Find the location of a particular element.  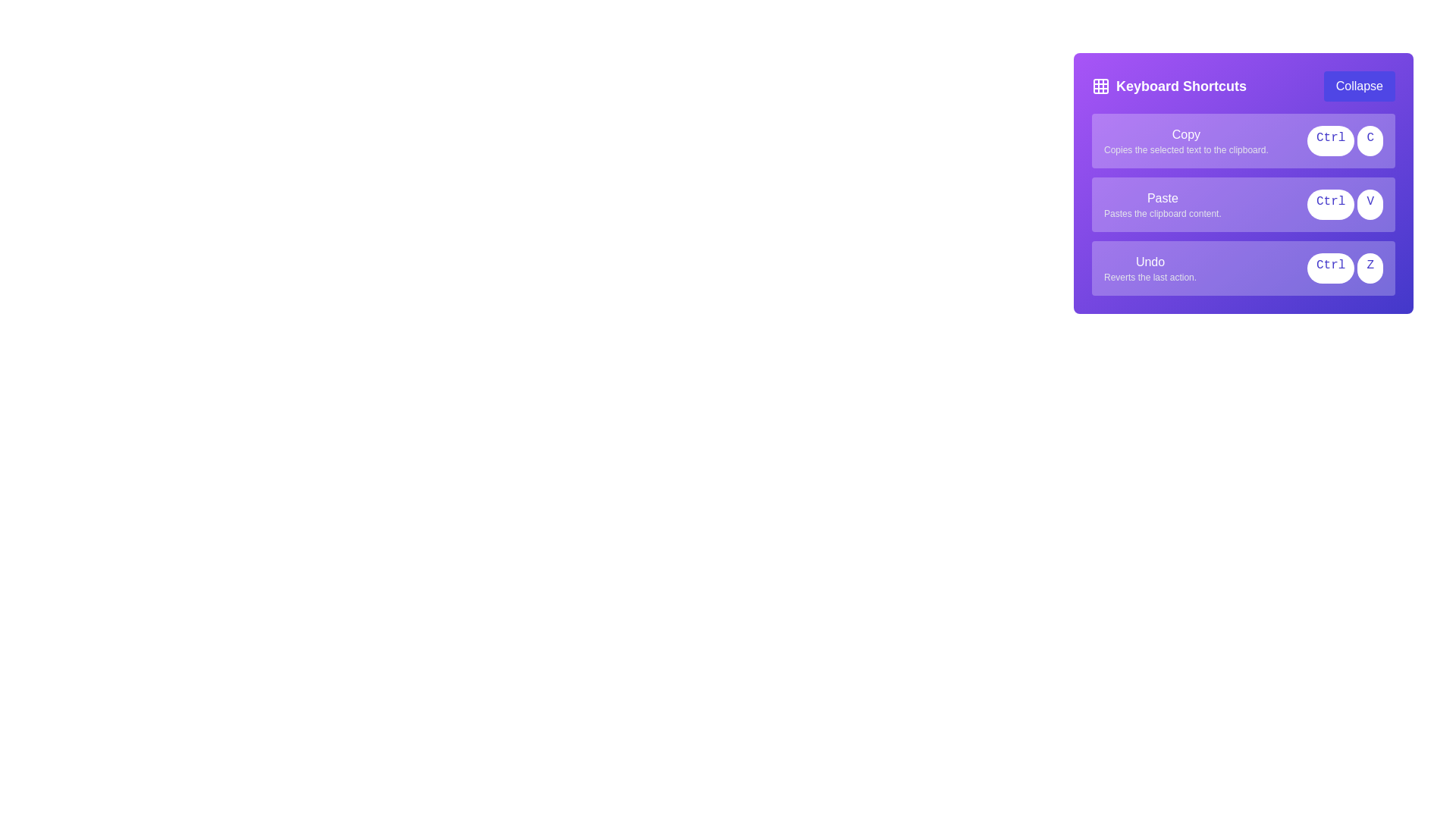

the rectangular button with a white background and a blue 'V' in the center, which is the second button in a horizontal sequence of keyboard shortcut buttons is located at coordinates (1370, 205).